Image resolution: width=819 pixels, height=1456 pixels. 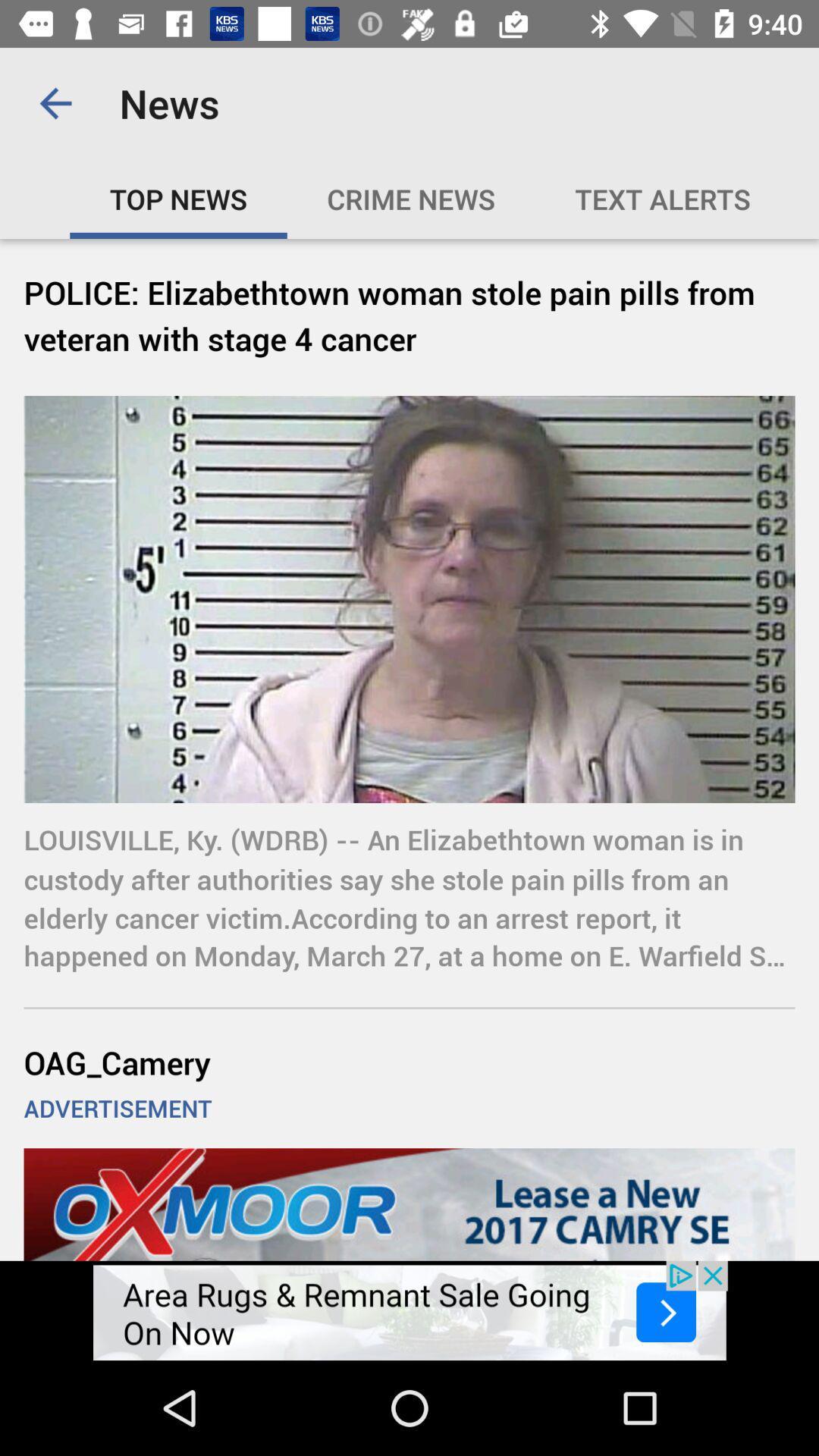 What do you see at coordinates (55, 102) in the screenshot?
I see `app to the left of the news app` at bounding box center [55, 102].